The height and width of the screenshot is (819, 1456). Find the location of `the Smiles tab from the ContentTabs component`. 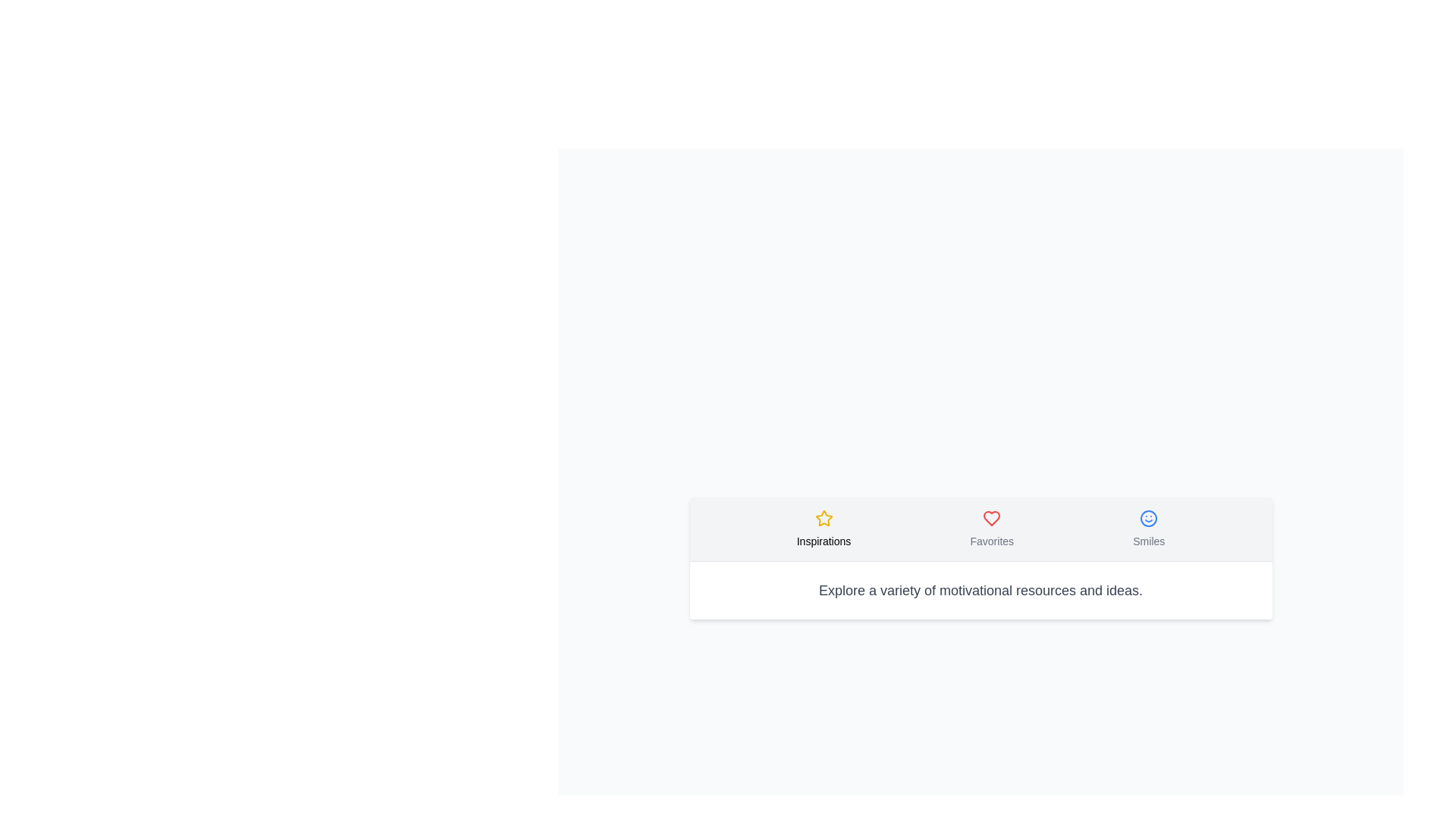

the Smiles tab from the ContentTabs component is located at coordinates (1149, 528).